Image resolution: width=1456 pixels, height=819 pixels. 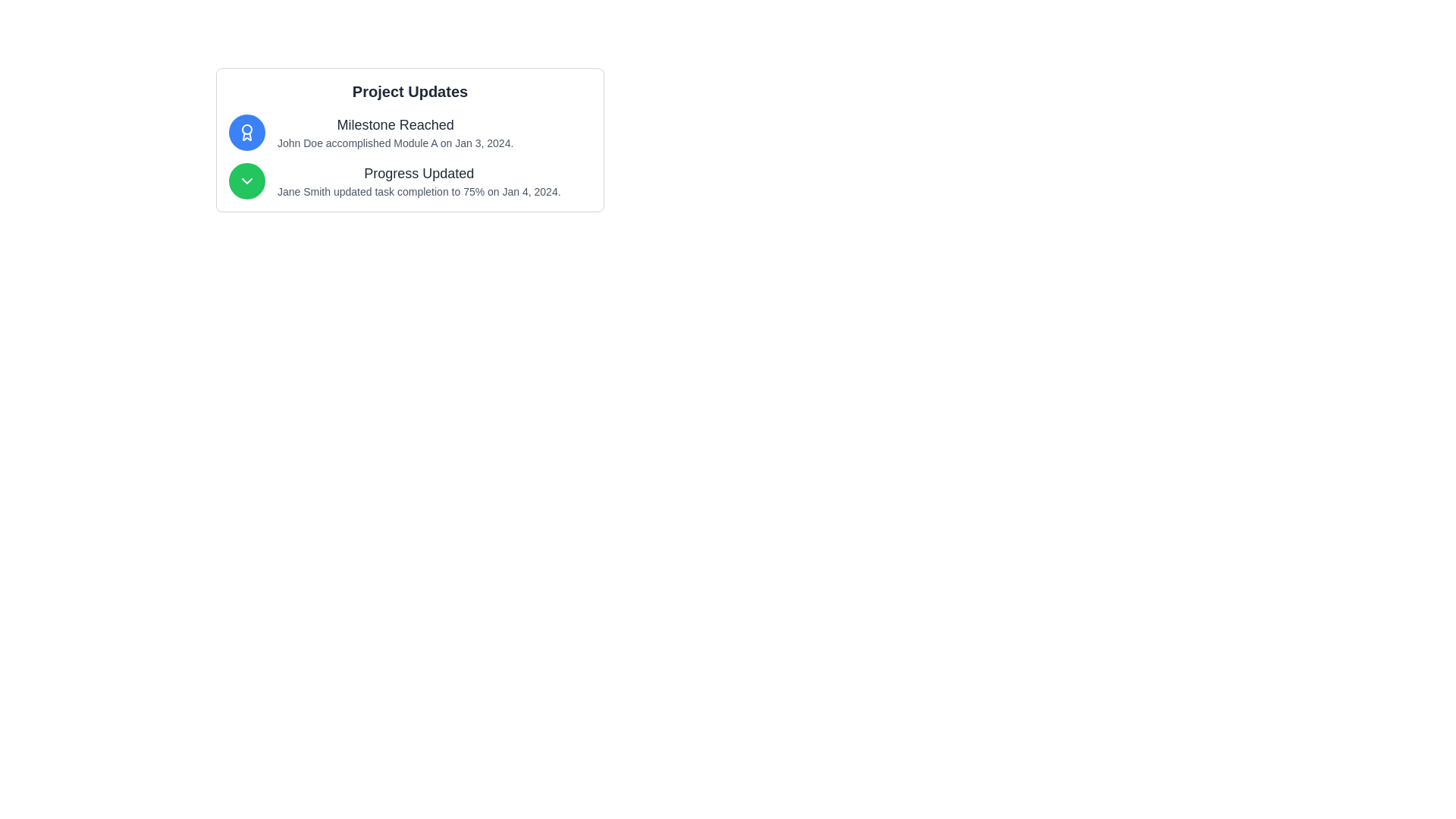 I want to click on the notification Text Label located below the heading 'Project Updates', which is the first topmost entry among similar notifications, so click(x=395, y=131).